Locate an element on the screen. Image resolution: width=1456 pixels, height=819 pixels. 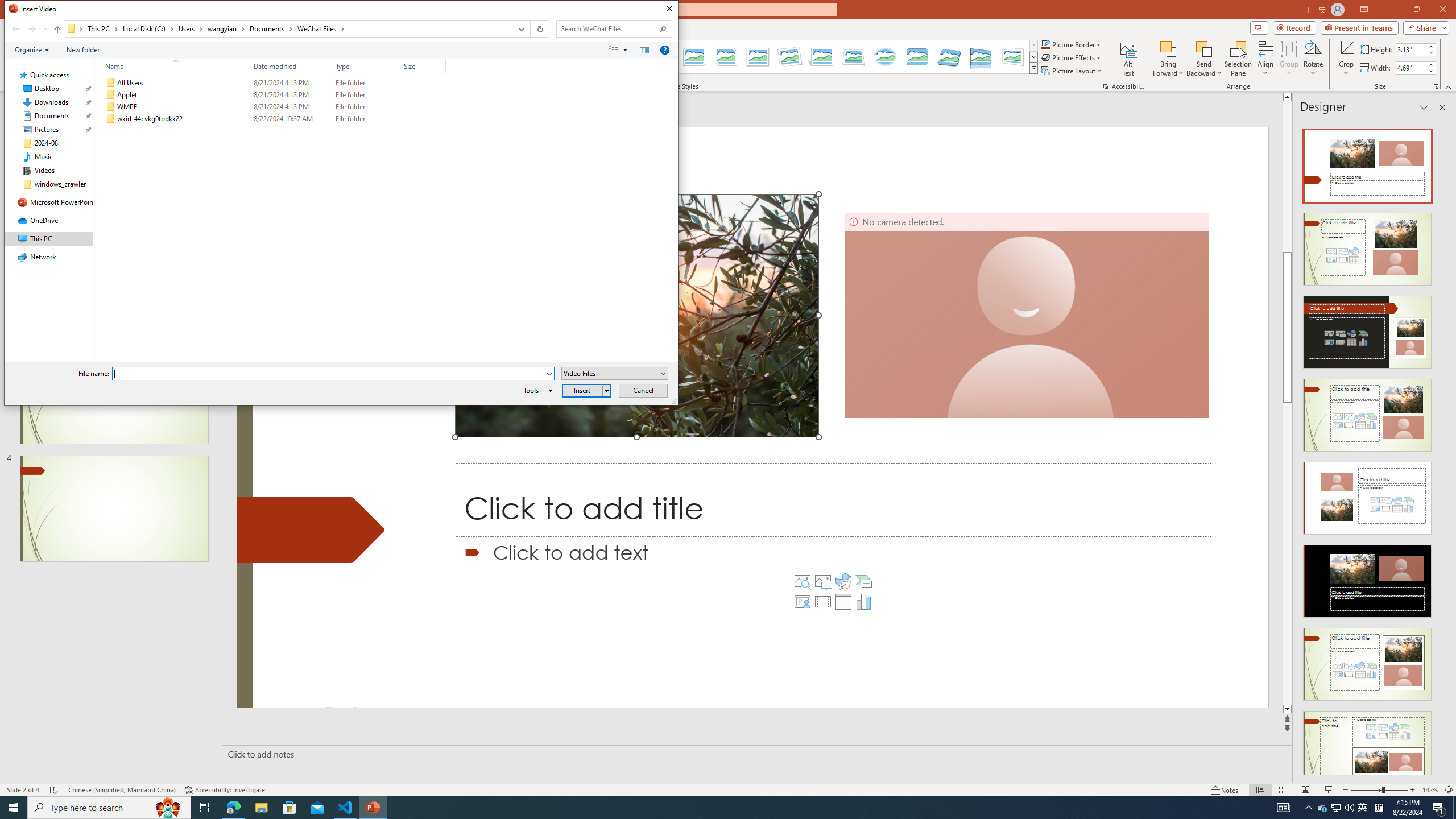
'Shape Width' is located at coordinates (1410, 67).